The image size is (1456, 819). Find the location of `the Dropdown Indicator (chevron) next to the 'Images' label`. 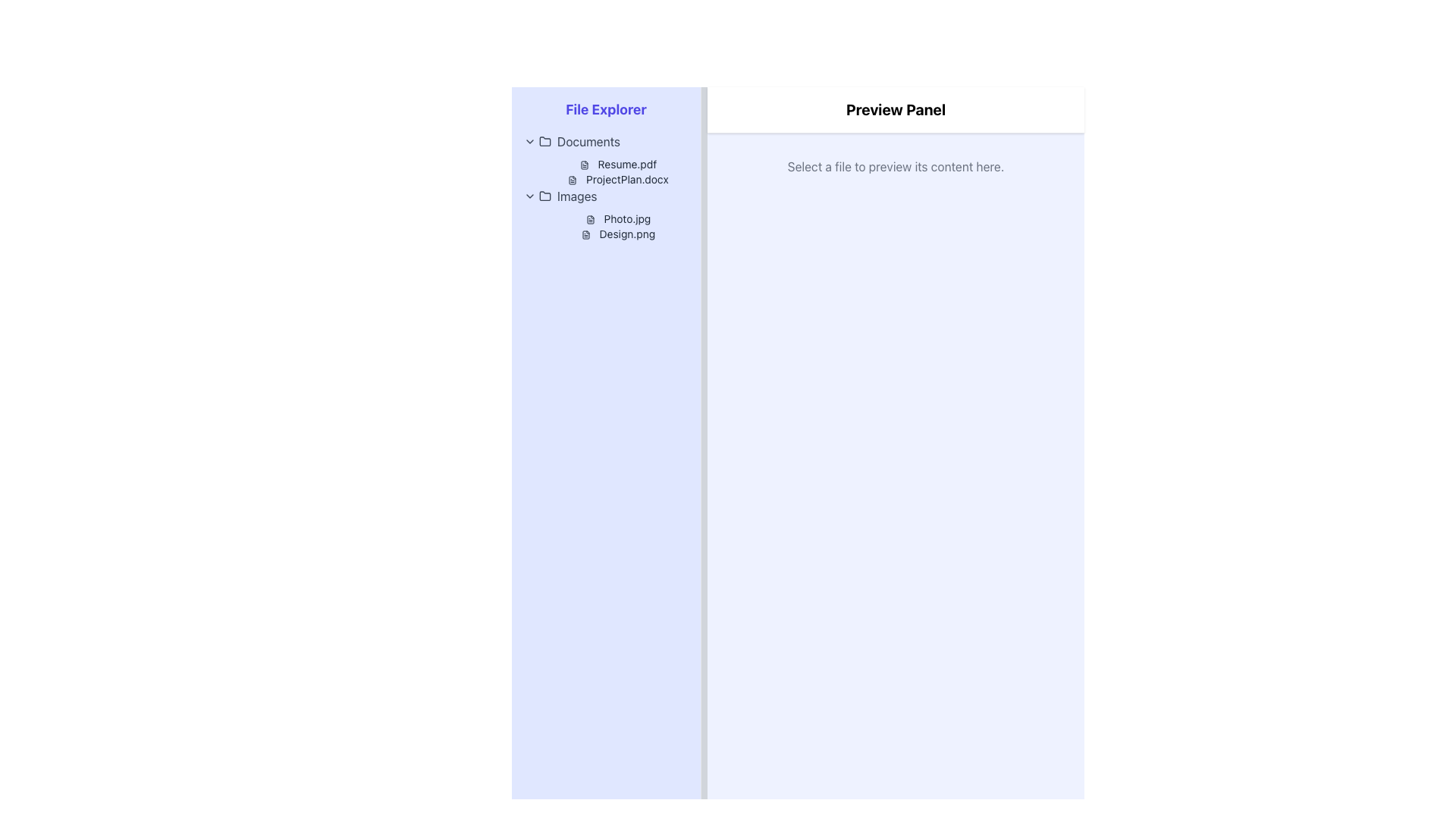

the Dropdown Indicator (chevron) next to the 'Images' label is located at coordinates (530, 195).